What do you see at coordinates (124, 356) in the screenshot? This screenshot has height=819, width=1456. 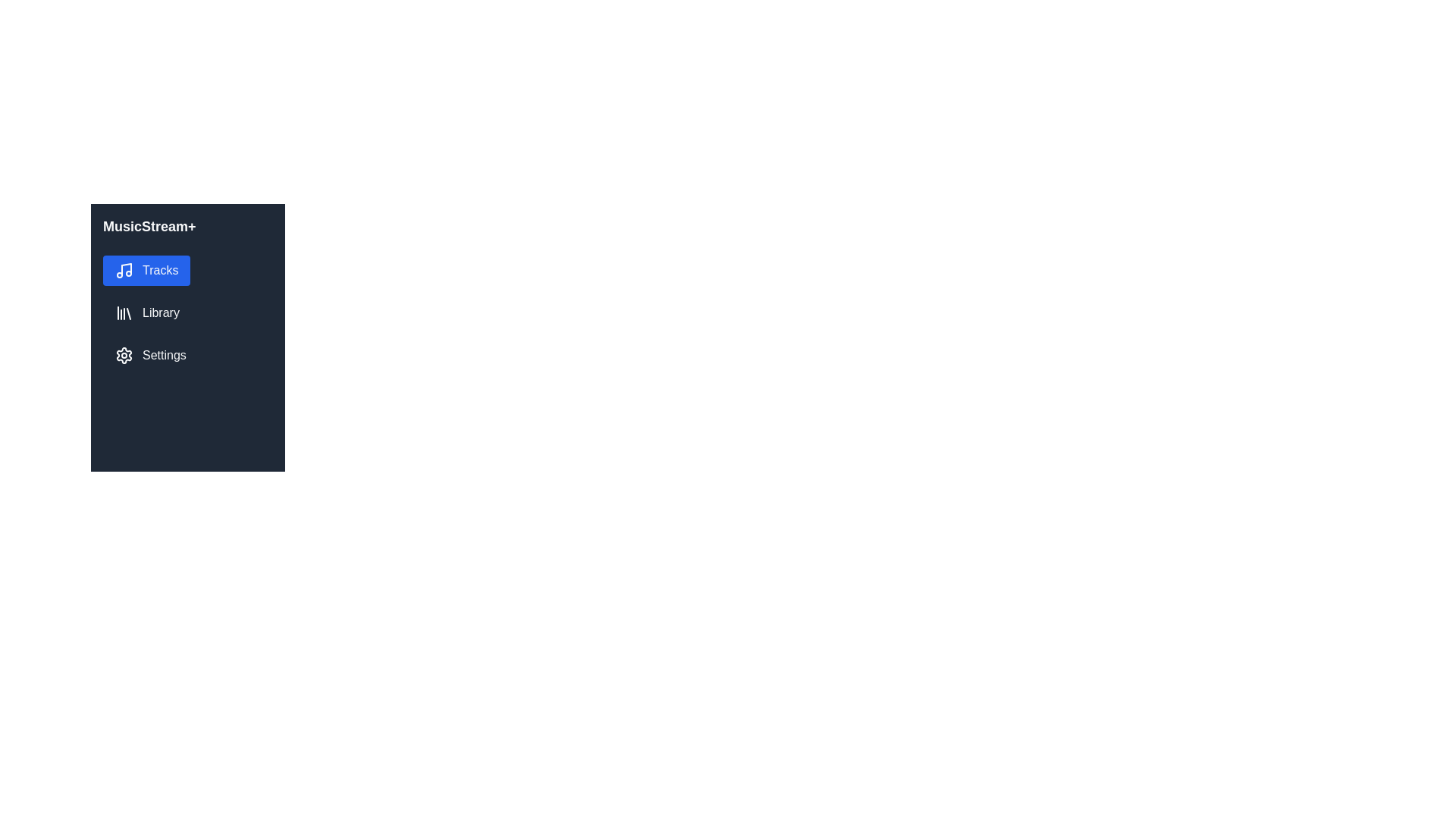 I see `the settings icon located in the vertical navigation sidebar` at bounding box center [124, 356].